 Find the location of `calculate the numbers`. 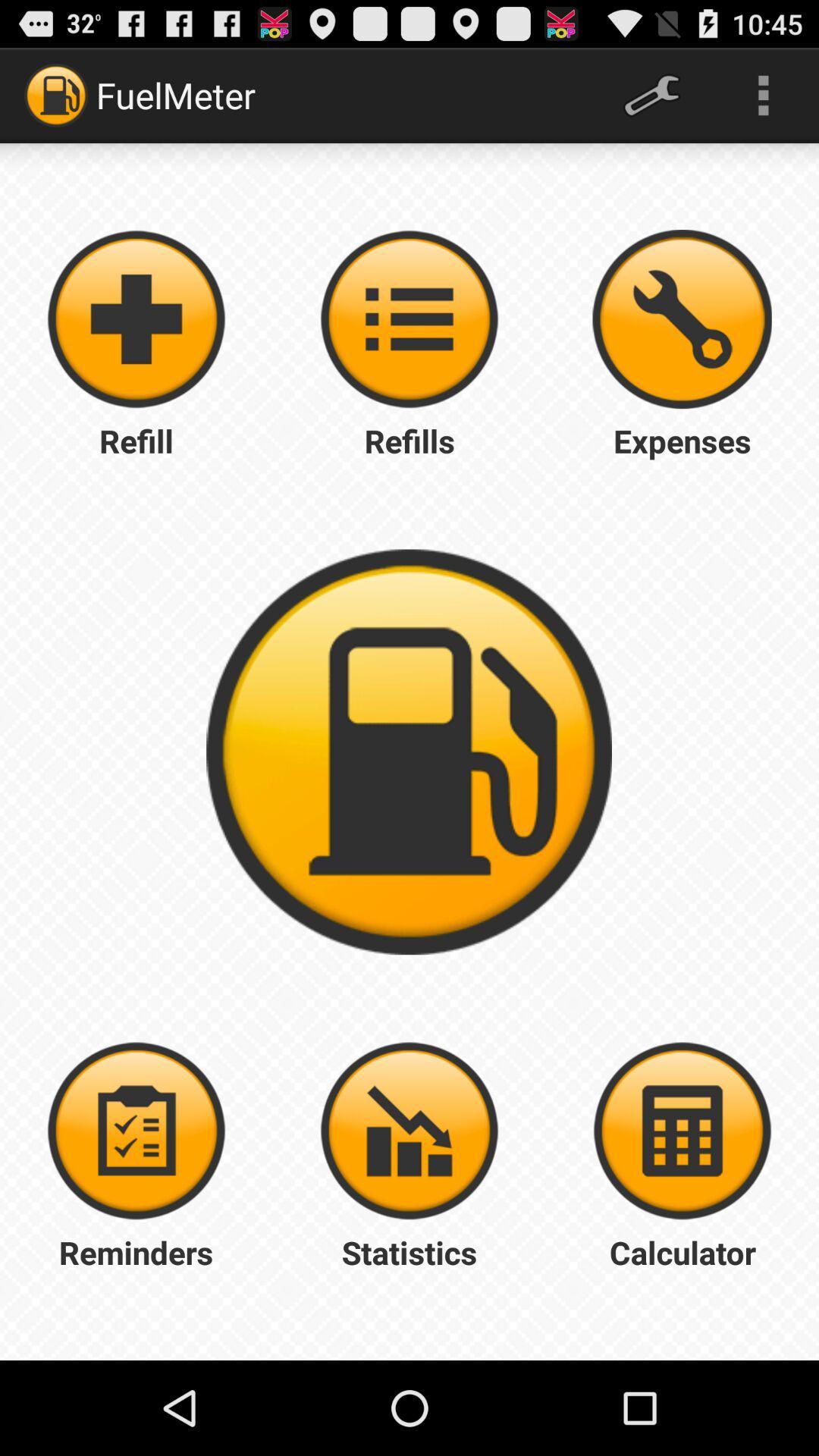

calculate the numbers is located at coordinates (681, 1131).